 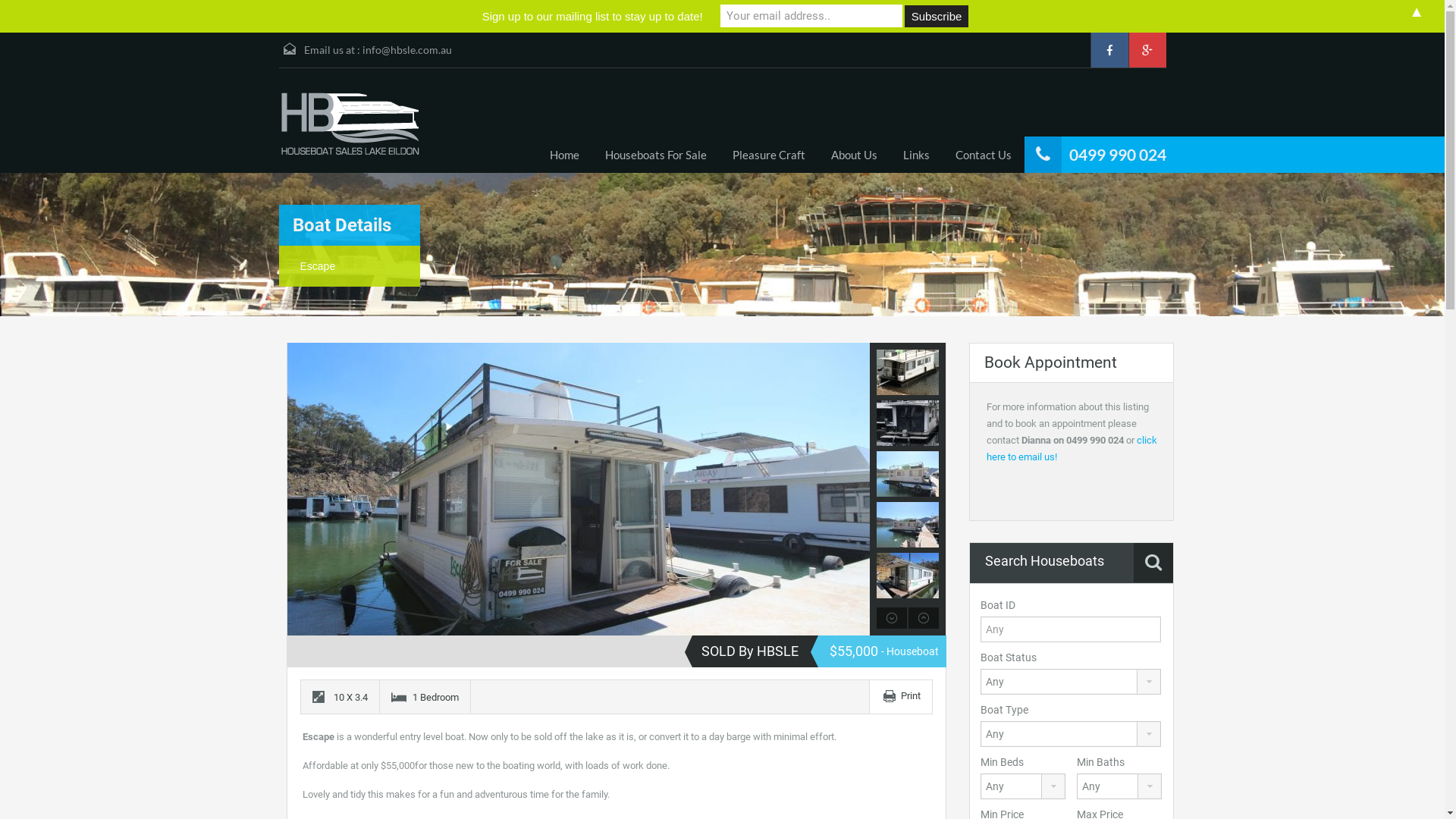 What do you see at coordinates (935, 16) in the screenshot?
I see `'Subscribe'` at bounding box center [935, 16].